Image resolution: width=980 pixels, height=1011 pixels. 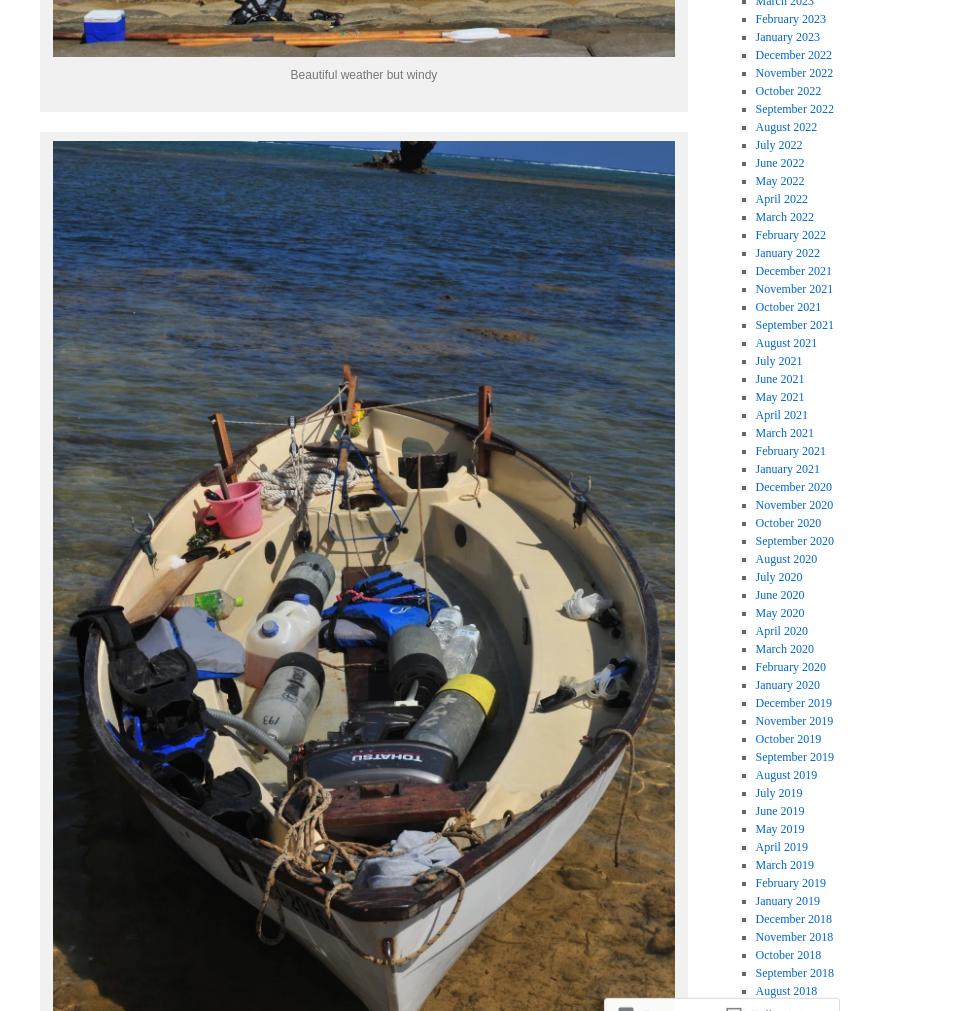 What do you see at coordinates (793, 971) in the screenshot?
I see `'September 2018'` at bounding box center [793, 971].